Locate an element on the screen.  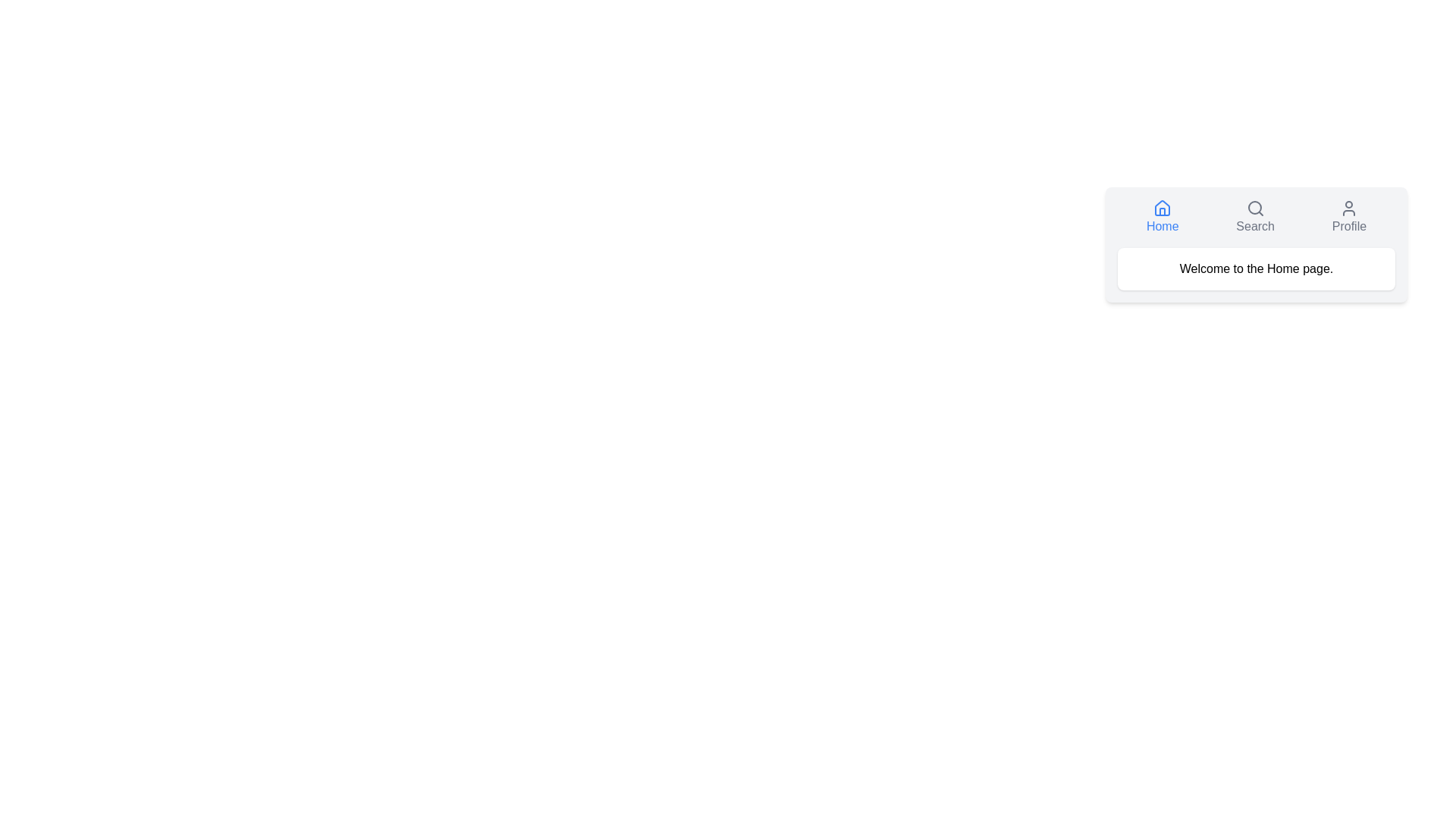
the decorative circular lens portion of the search icon located at the center of the navigation bar between the house icon and the user profile icon is located at coordinates (1254, 207).